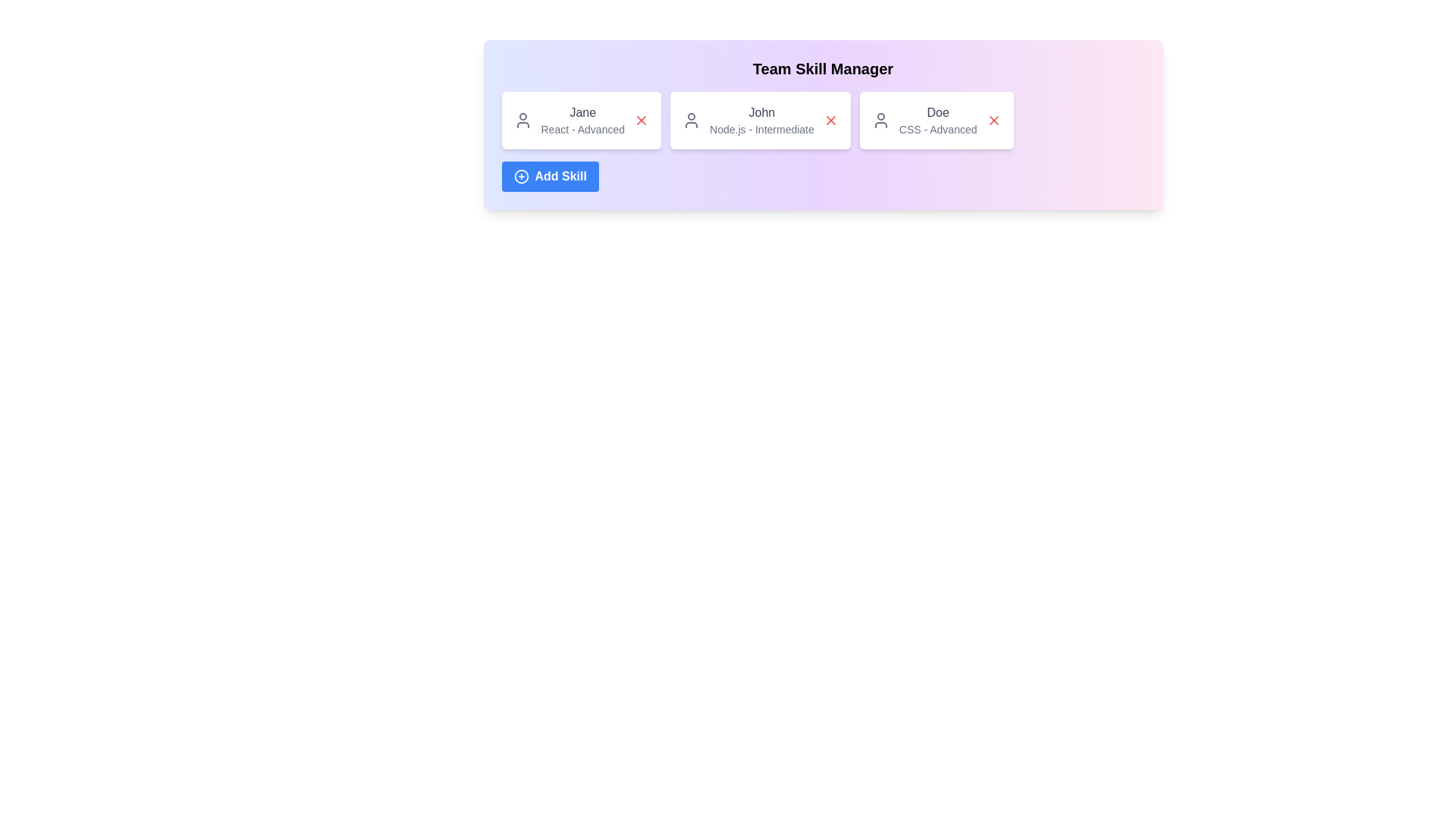 Image resolution: width=1456 pixels, height=819 pixels. Describe the element at coordinates (760, 119) in the screenshot. I see `the skill card for Node.js - Intermediate to select it` at that location.